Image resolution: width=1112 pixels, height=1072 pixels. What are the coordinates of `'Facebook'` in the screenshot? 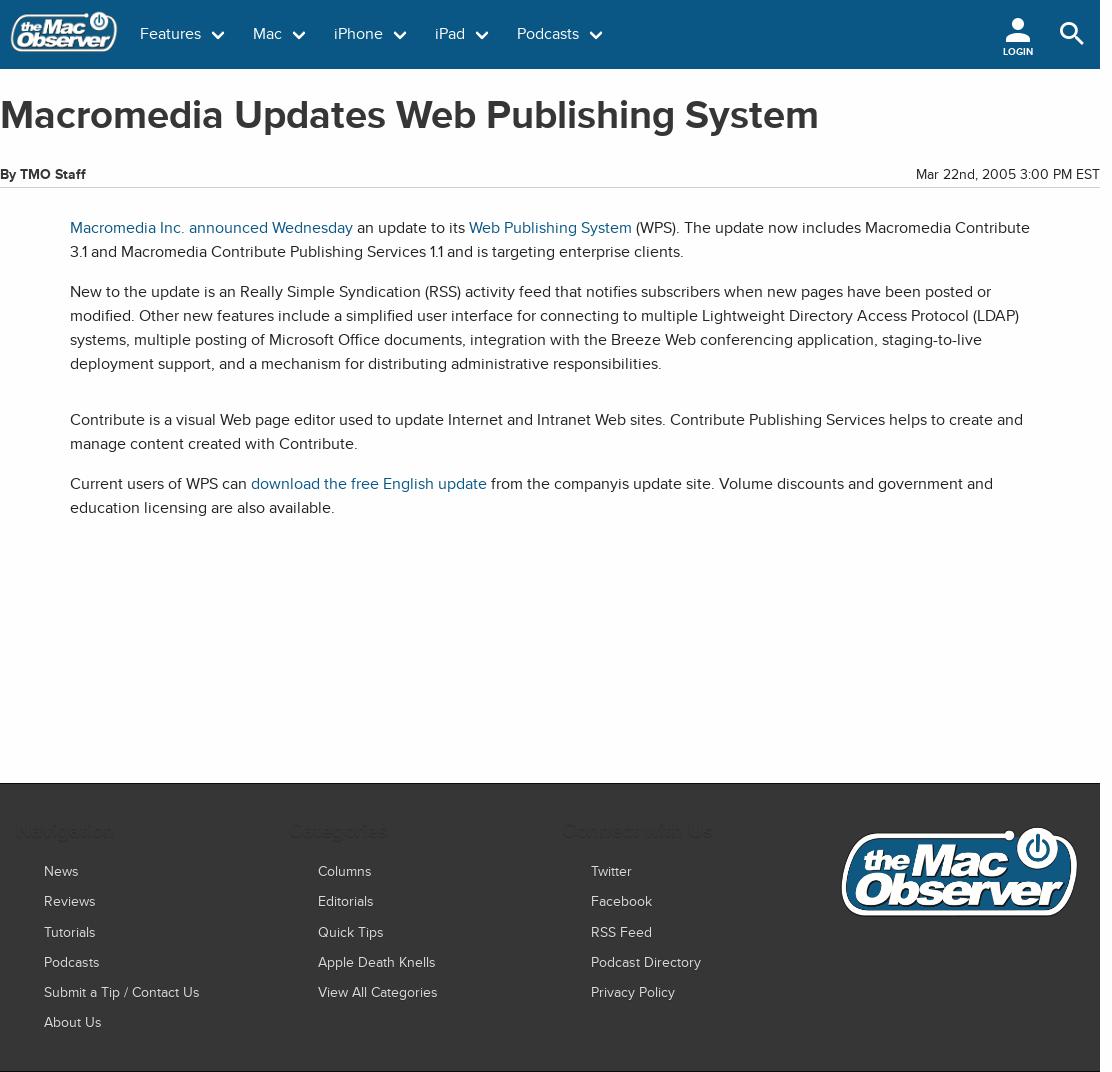 It's located at (590, 900).